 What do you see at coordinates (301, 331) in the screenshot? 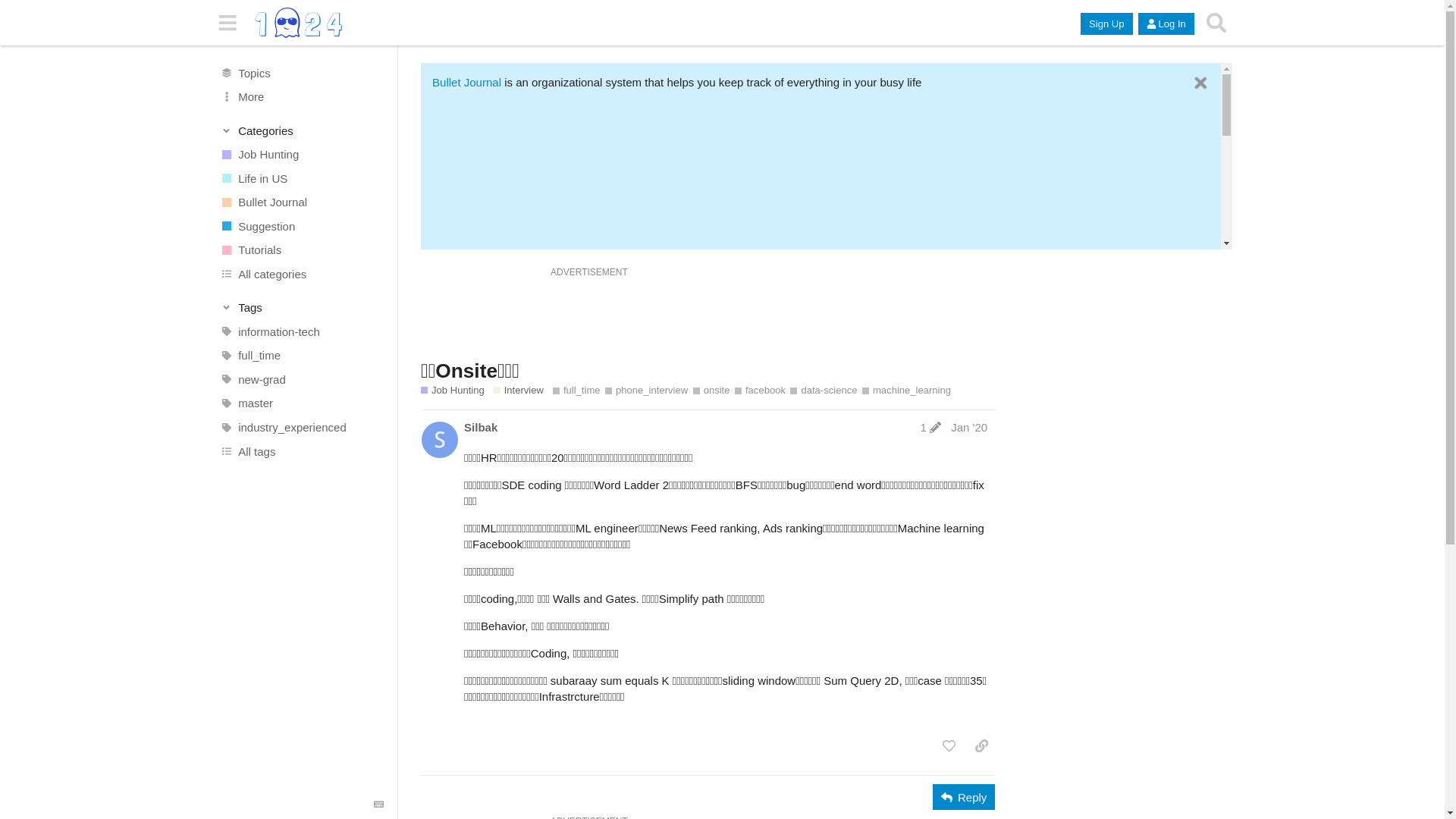
I see `'information-tech'` at bounding box center [301, 331].